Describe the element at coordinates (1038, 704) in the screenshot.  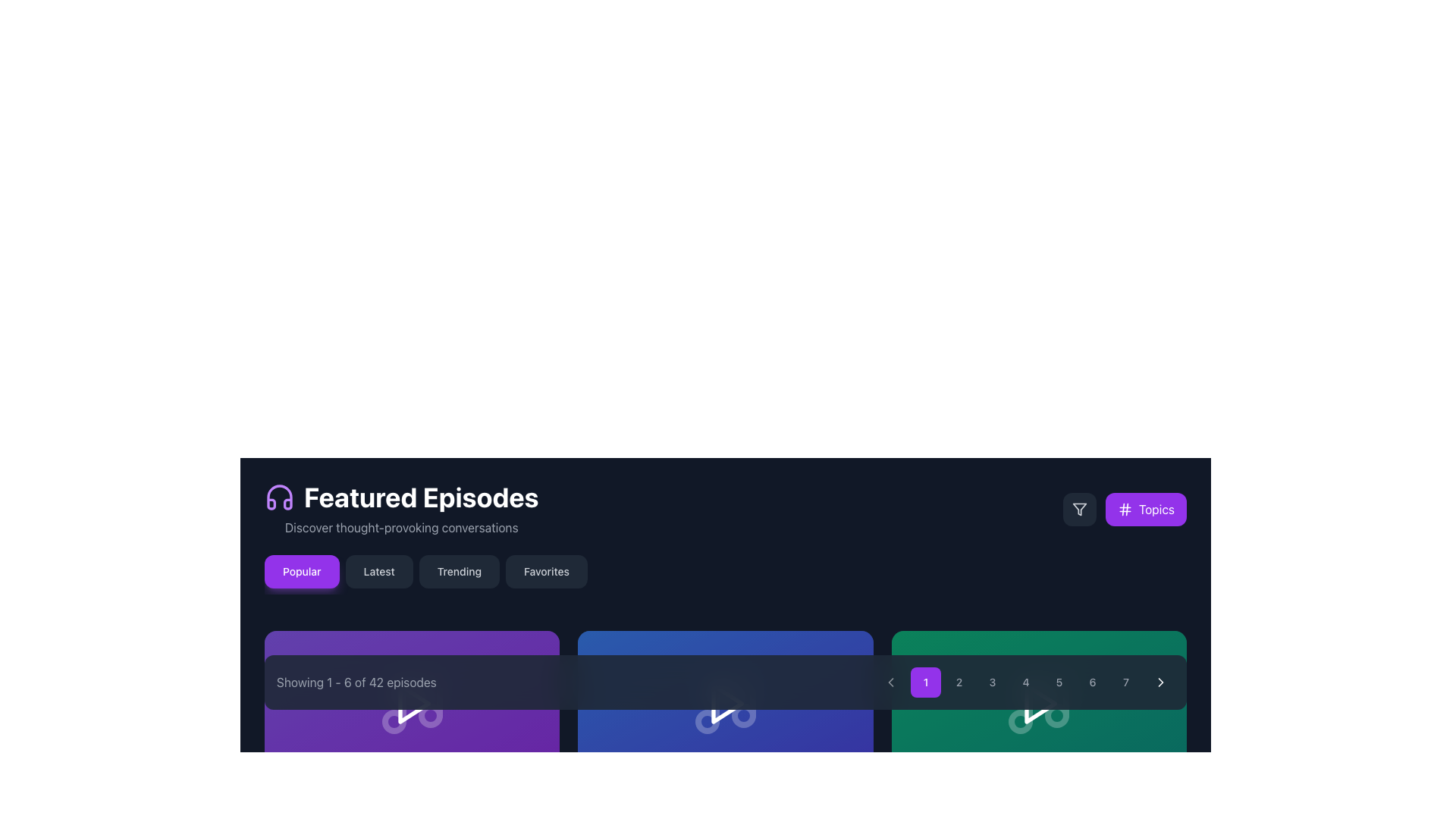
I see `the play button, represented by a triangle icon, located in the middle of the fourth green card in the pagination bar` at that location.